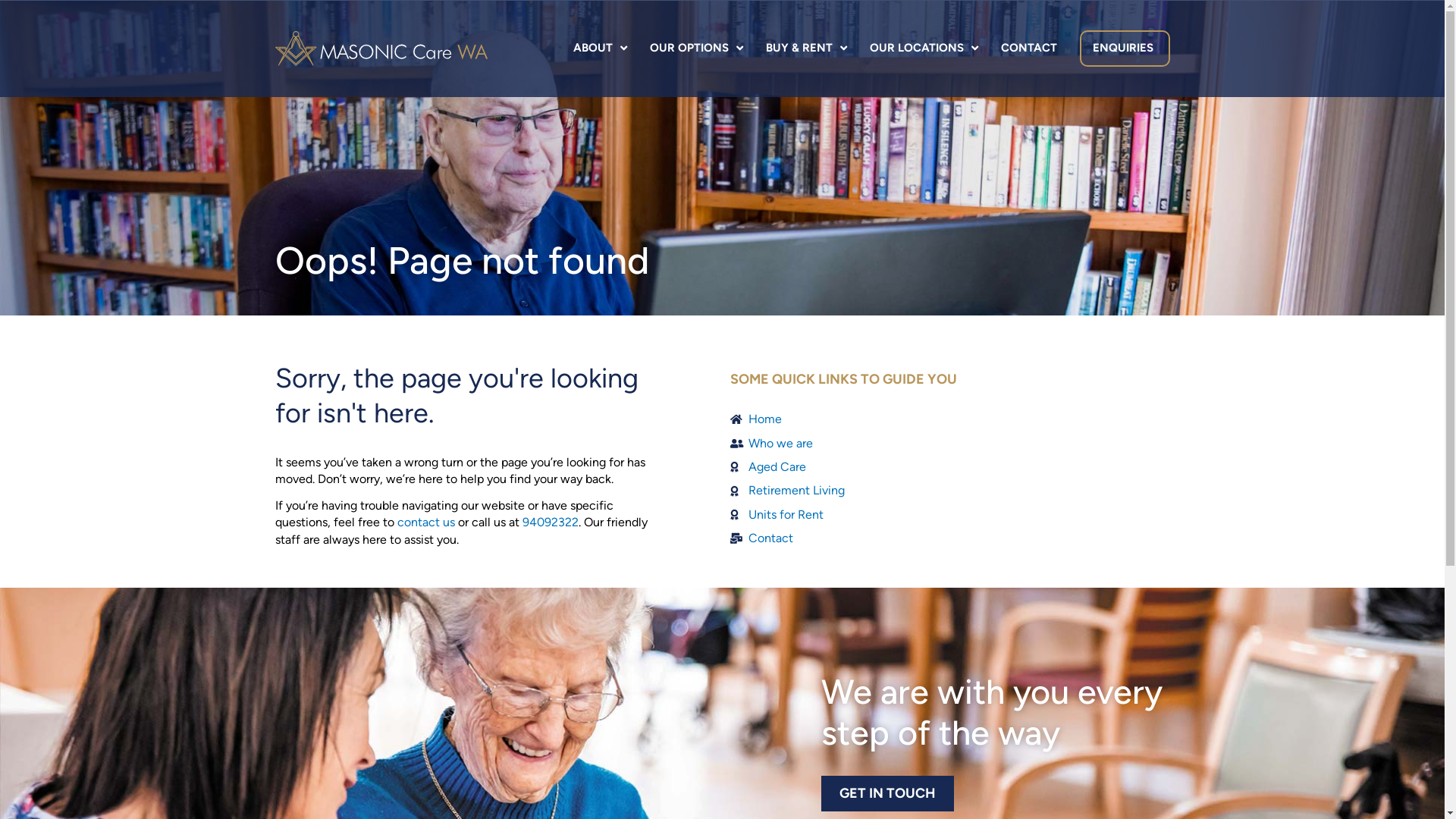  I want to click on 'CONTACT', so click(996, 48).